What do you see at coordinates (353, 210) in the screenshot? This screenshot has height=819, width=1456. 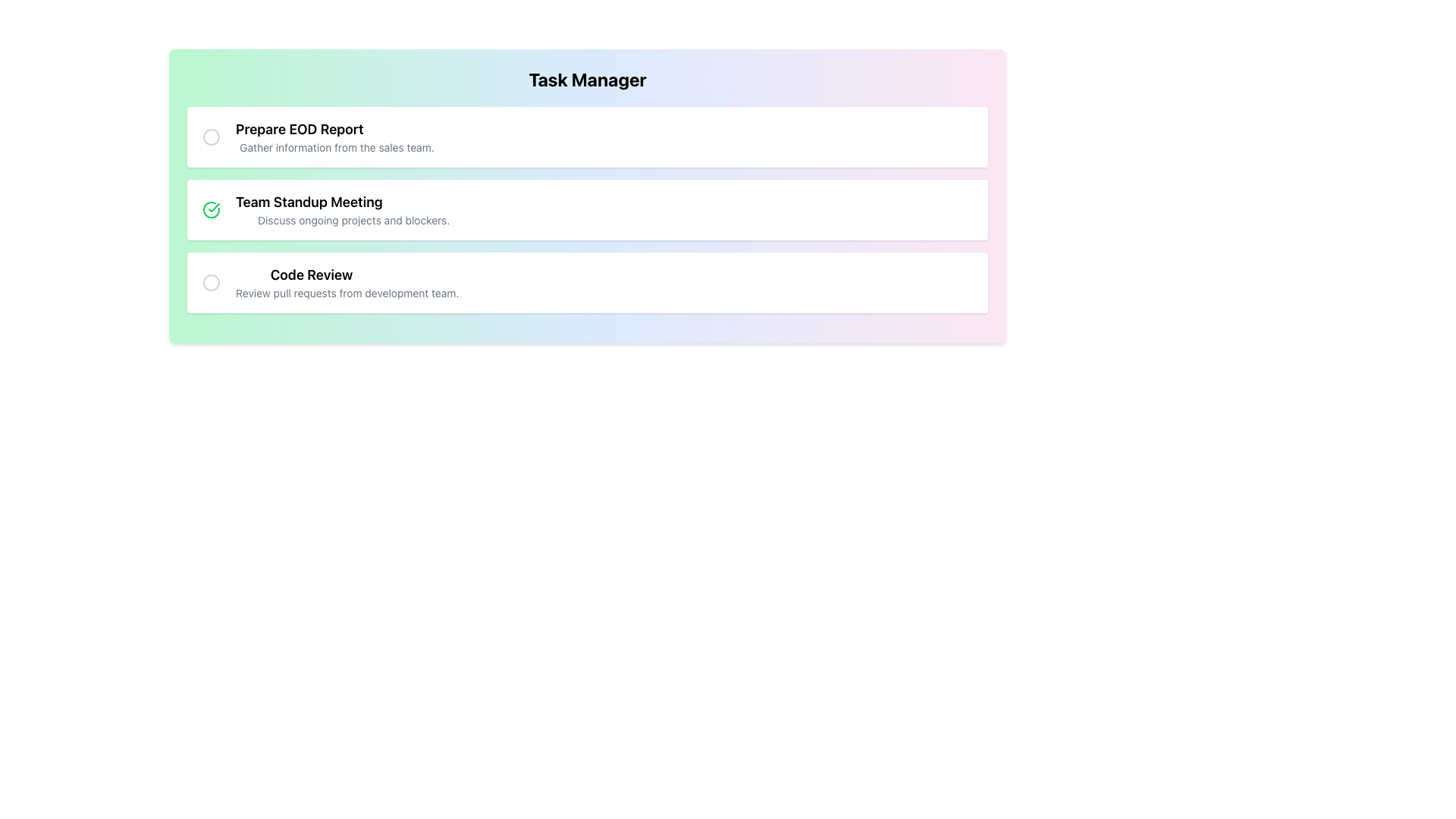 I see `the Label or Text Display that represents a task entry, located between 'Prepare EOD Report' and 'Code Review' in the task list` at bounding box center [353, 210].